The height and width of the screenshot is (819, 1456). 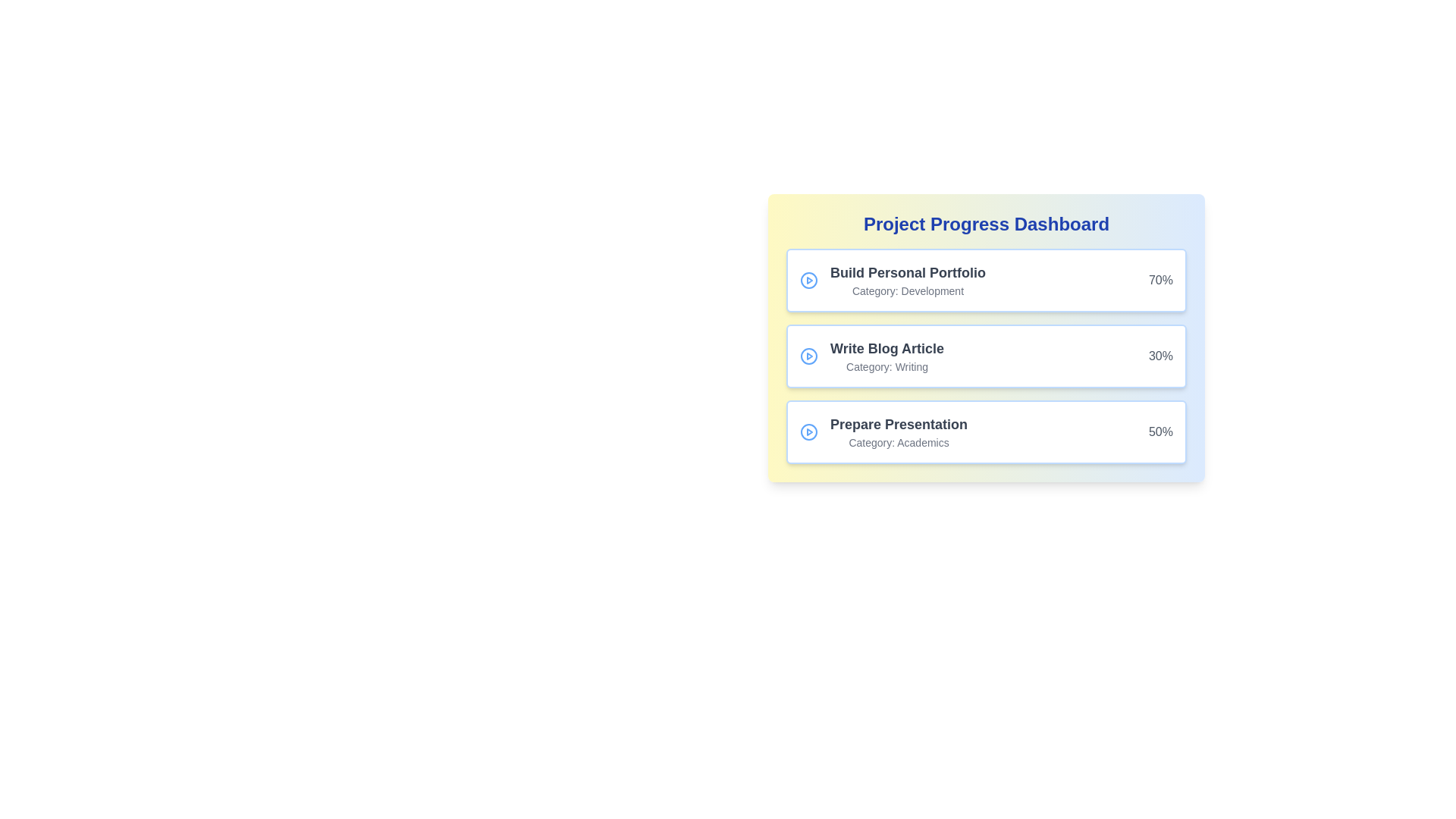 I want to click on the second list item labeled 'Write Blog Article' to interact with the task details, so click(x=872, y=356).